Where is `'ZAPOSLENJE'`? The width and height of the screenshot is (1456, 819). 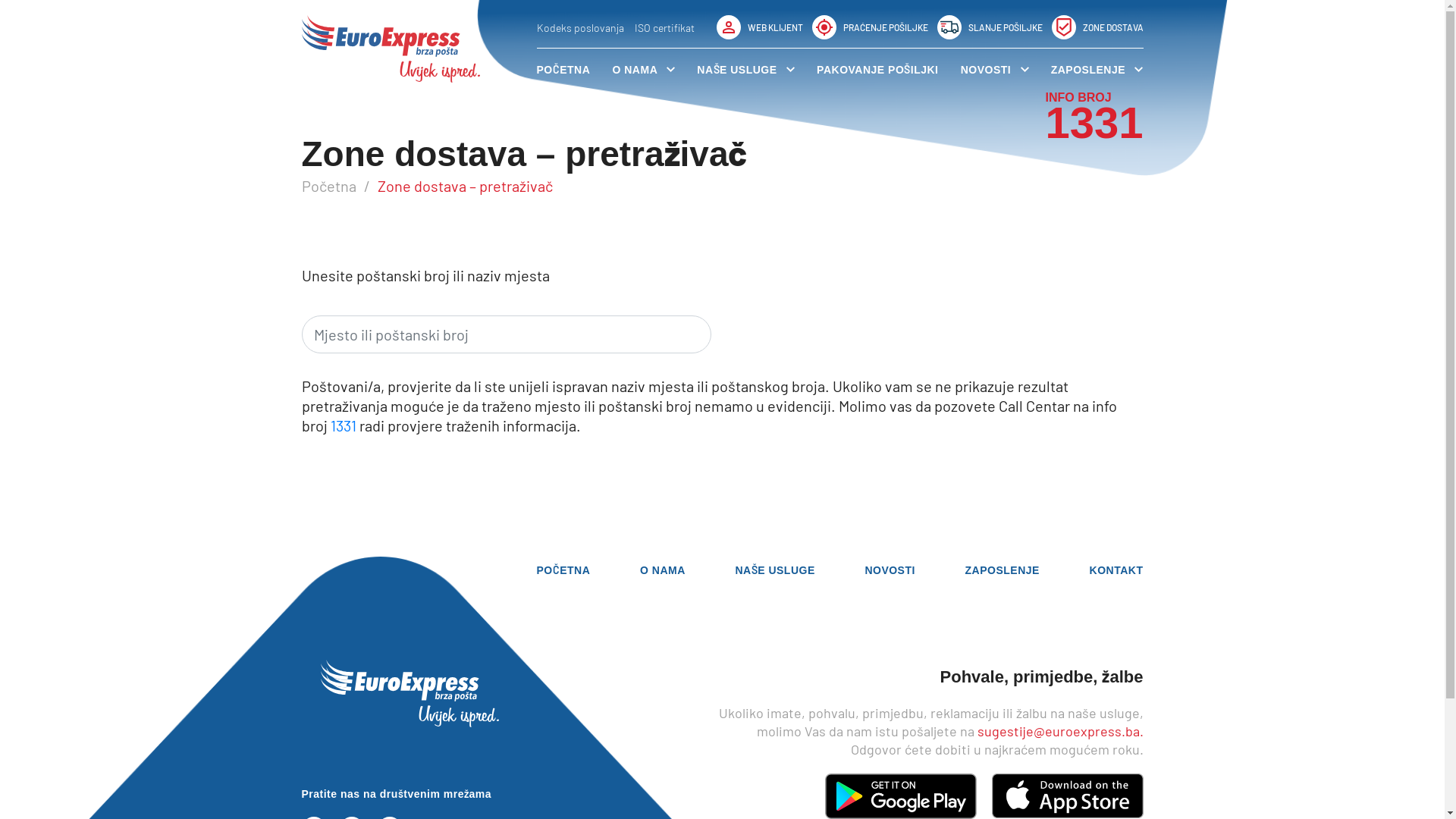
'ZAPOSLENJE' is located at coordinates (1097, 70).